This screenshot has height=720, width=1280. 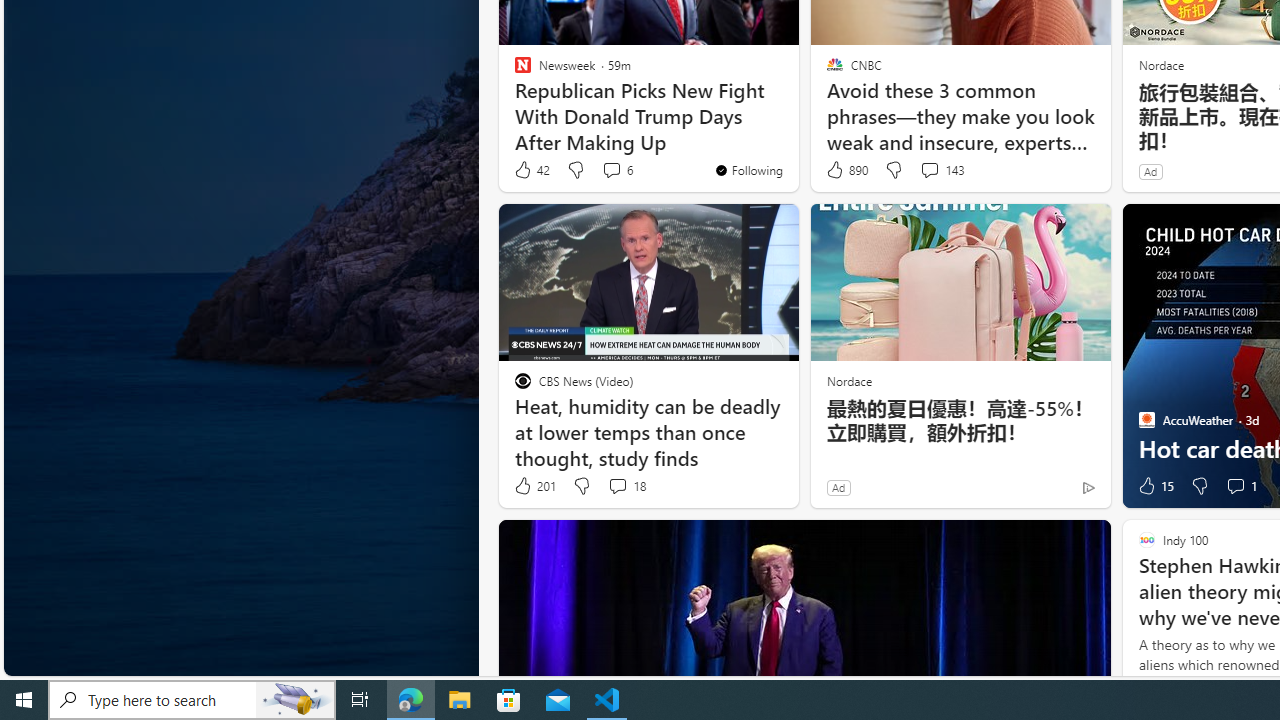 What do you see at coordinates (1239, 486) in the screenshot?
I see `'View comments 1 Comment'` at bounding box center [1239, 486].